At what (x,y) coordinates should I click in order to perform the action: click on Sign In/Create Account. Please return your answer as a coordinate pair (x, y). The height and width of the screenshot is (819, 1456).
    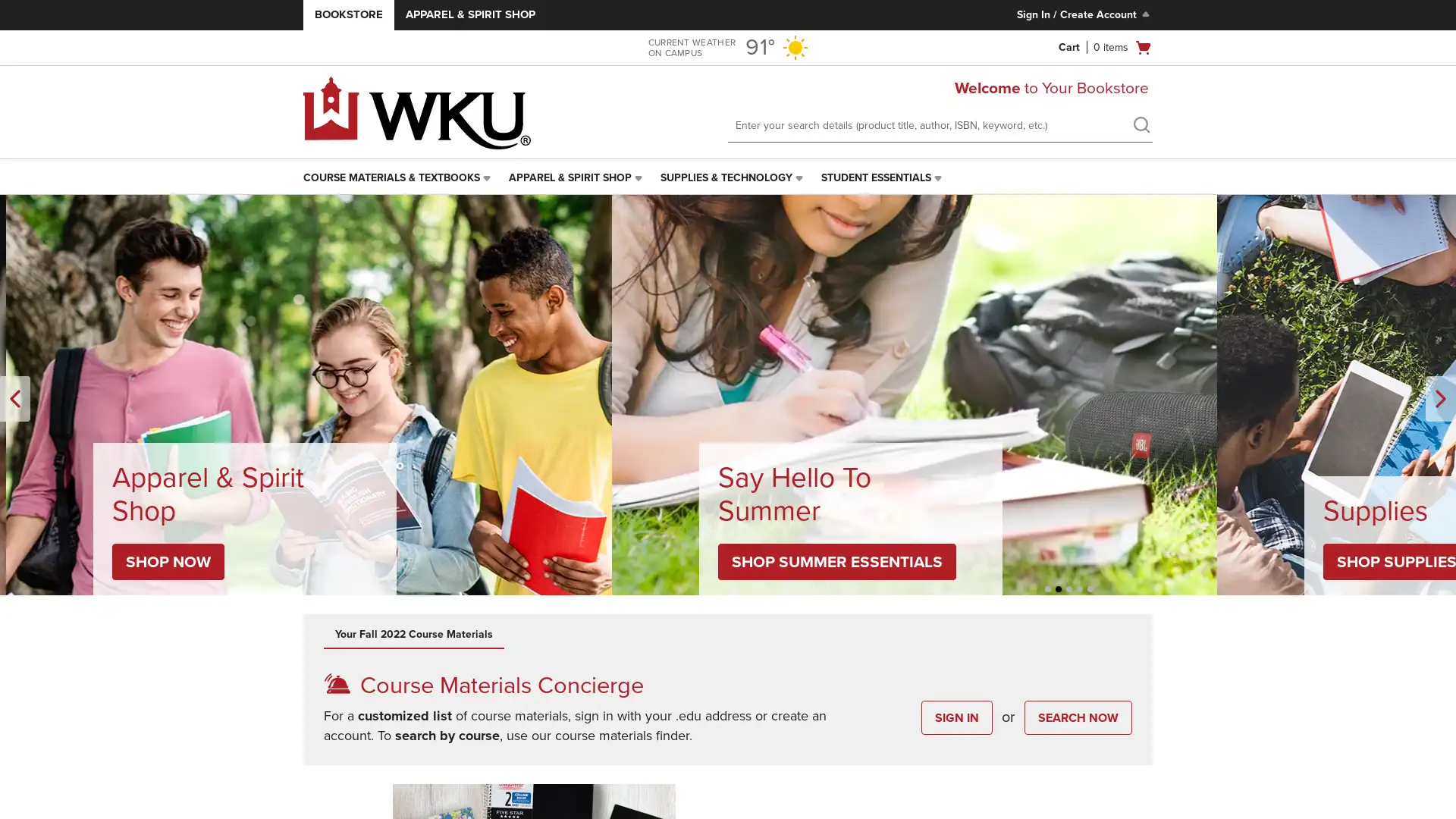
    Looking at the image, I should click on (1084, 14).